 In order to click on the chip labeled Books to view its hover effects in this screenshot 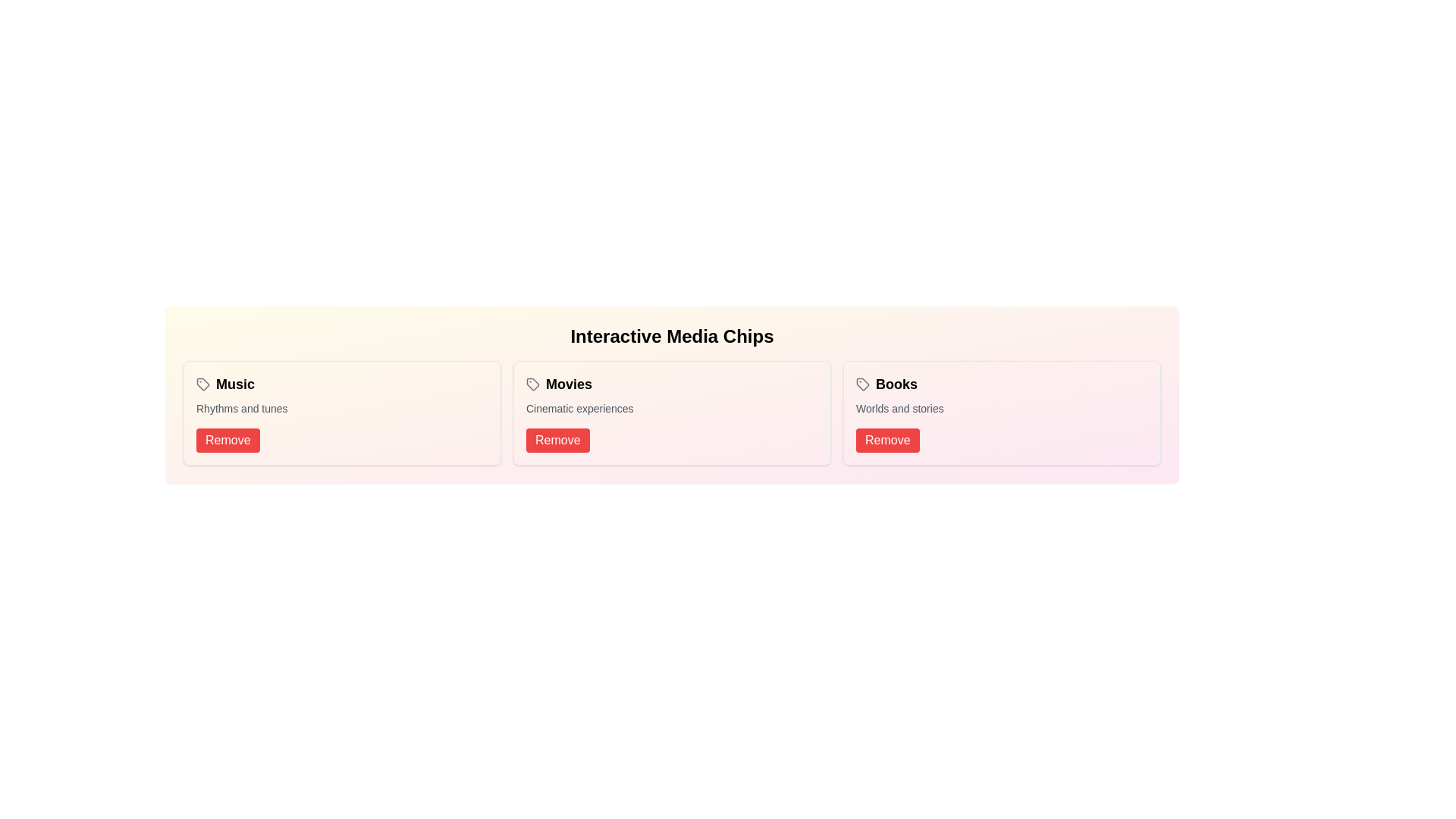, I will do `click(886, 383)`.